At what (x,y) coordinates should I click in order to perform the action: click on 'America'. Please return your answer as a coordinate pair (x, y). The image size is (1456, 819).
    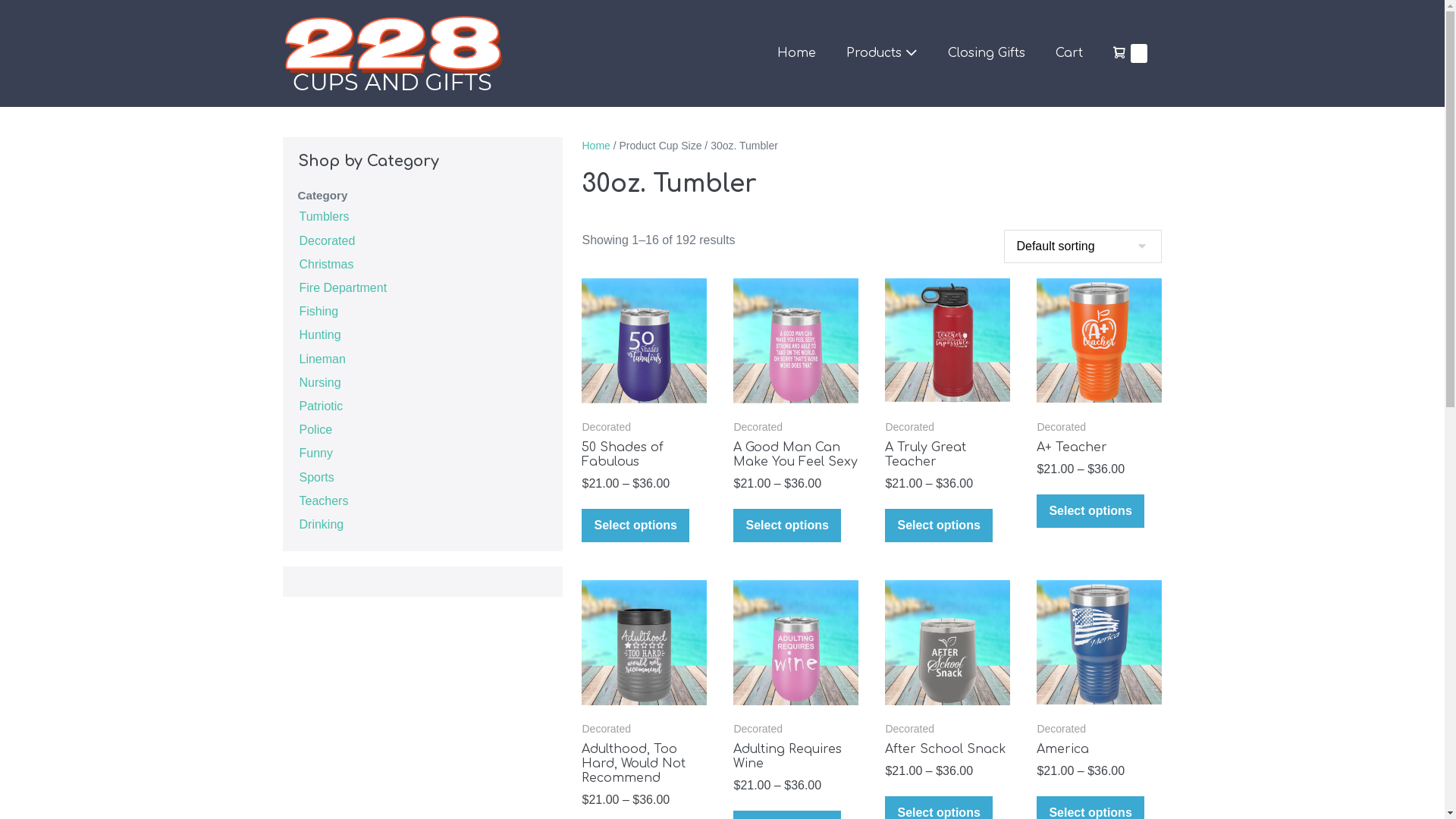
    Looking at the image, I should click on (1099, 748).